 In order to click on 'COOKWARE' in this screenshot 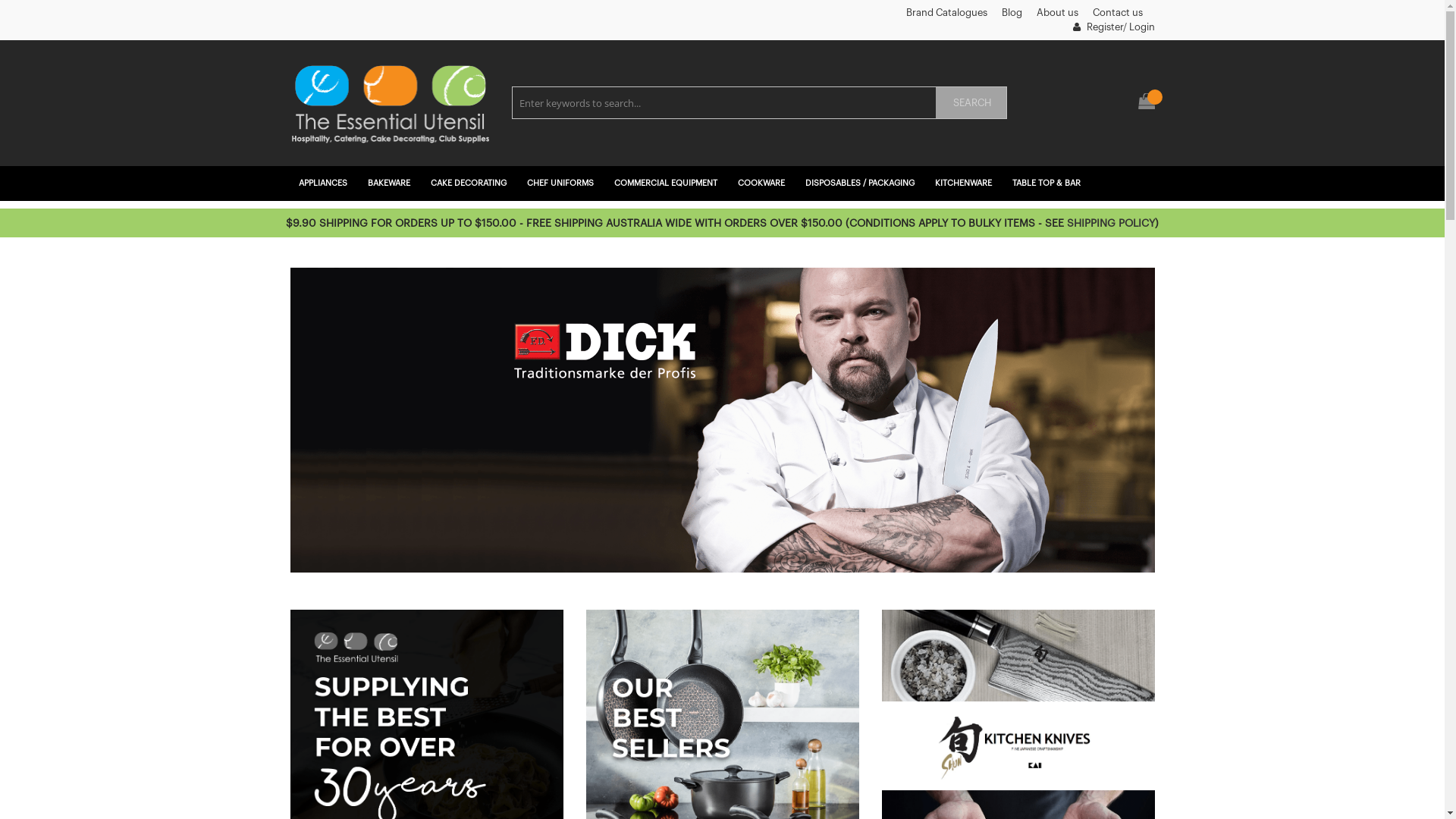, I will do `click(763, 183)`.